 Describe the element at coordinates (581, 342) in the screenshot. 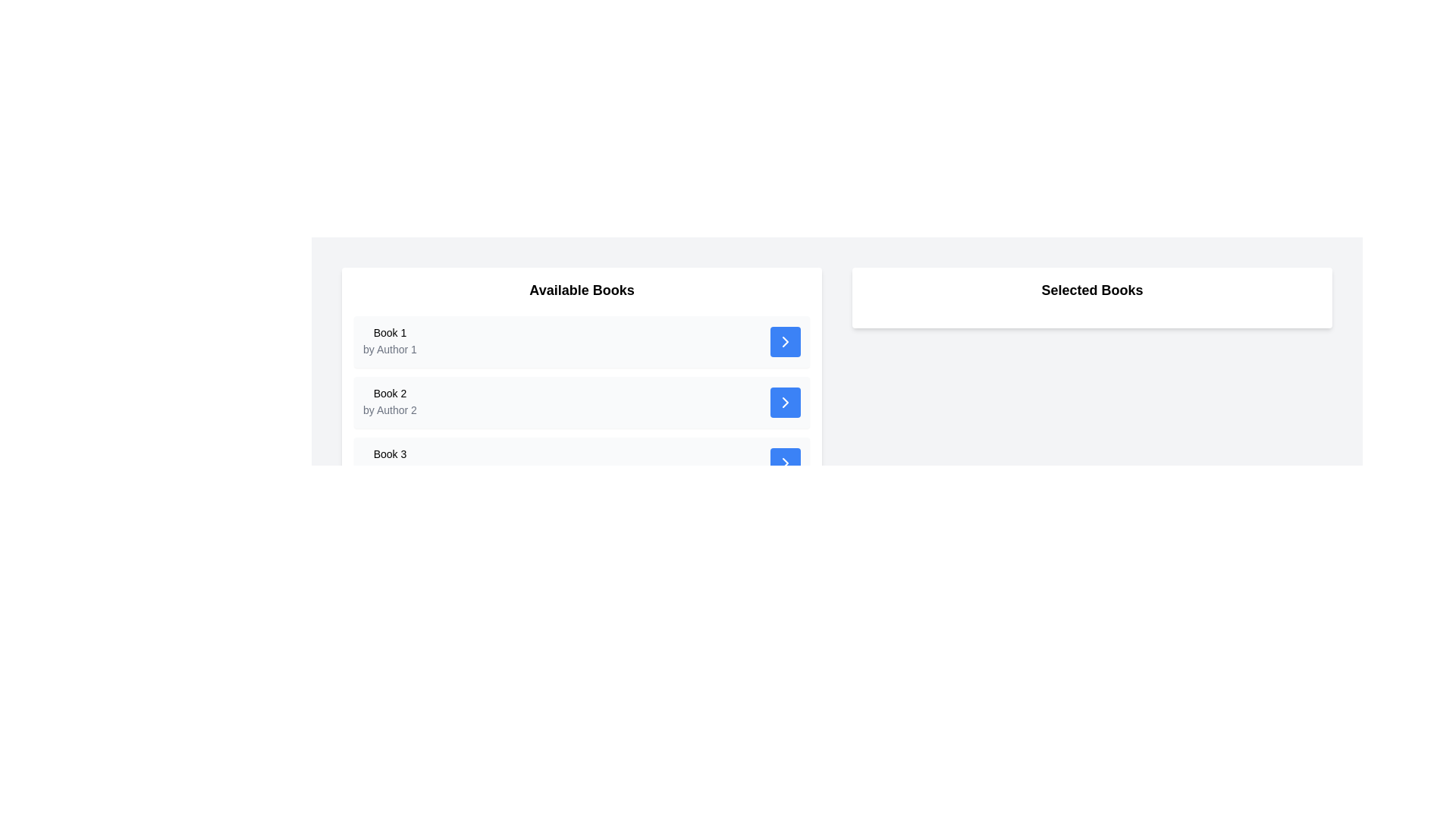

I see `book's title and author information from the first card in the 'Available Books' section, which contains an interactive button on the right side` at that location.